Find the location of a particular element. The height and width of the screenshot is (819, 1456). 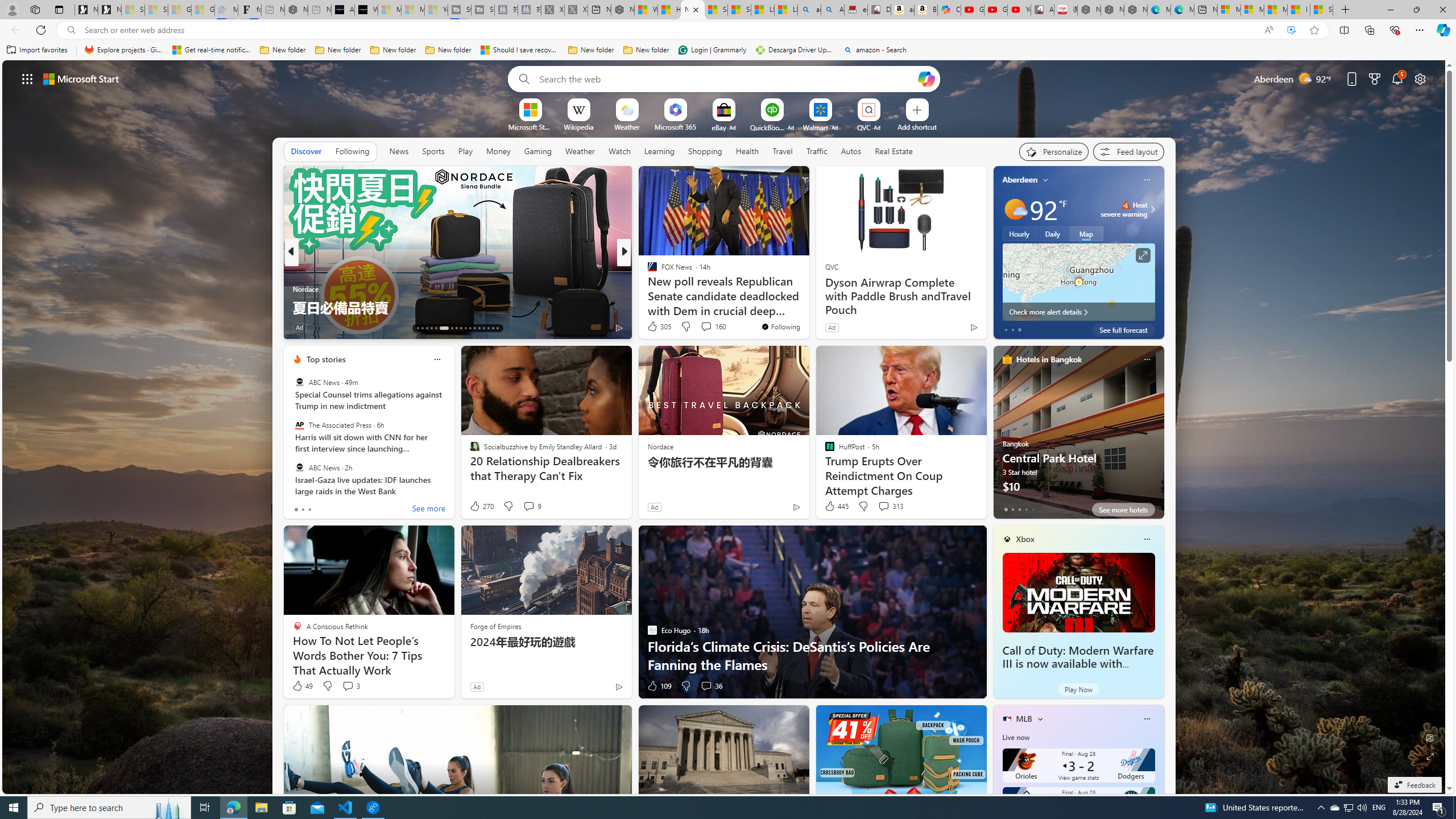

'Xbox' is located at coordinates (1025, 539).